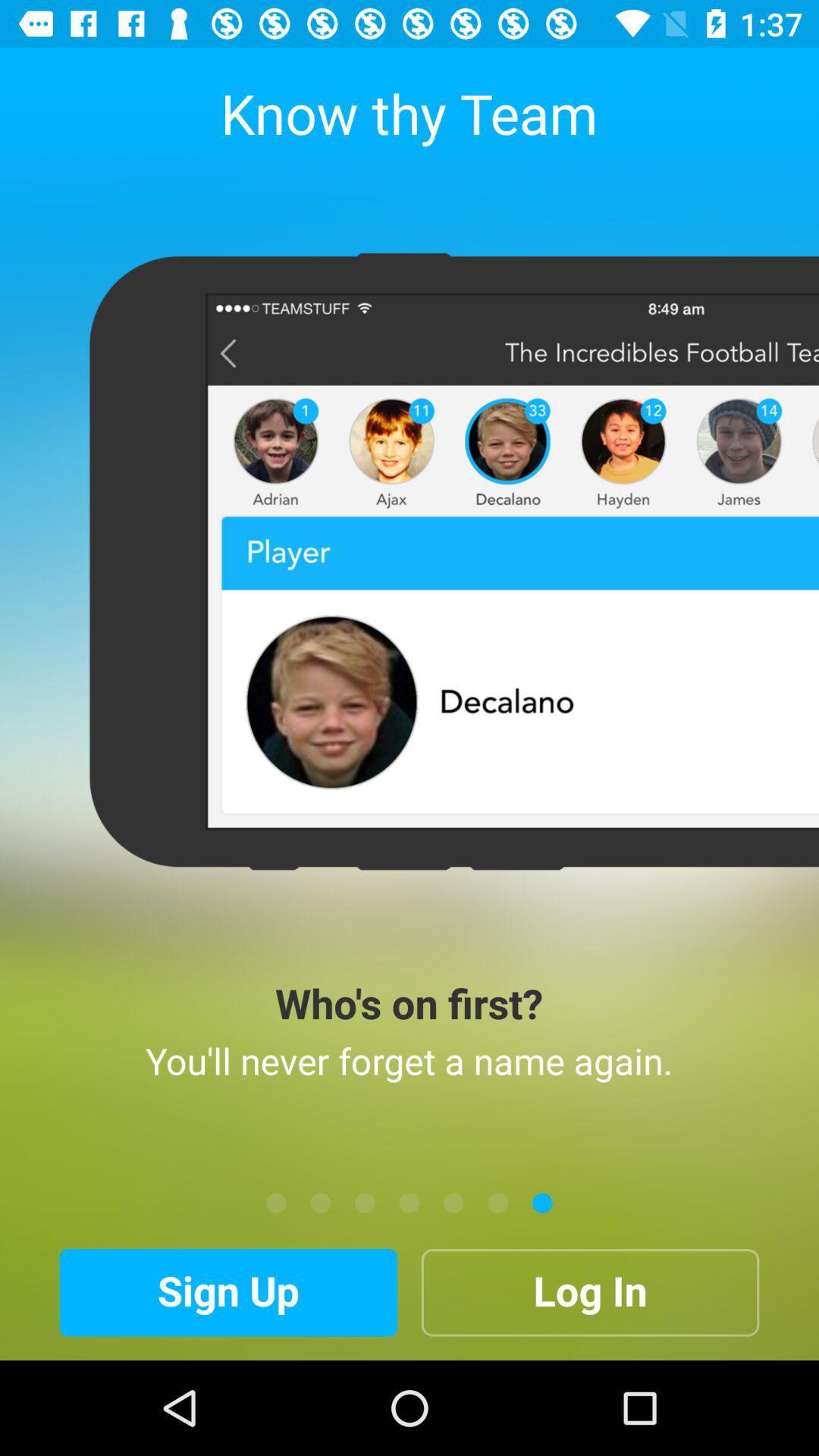 This screenshot has height=1456, width=819. I want to click on log in, so click(589, 1291).